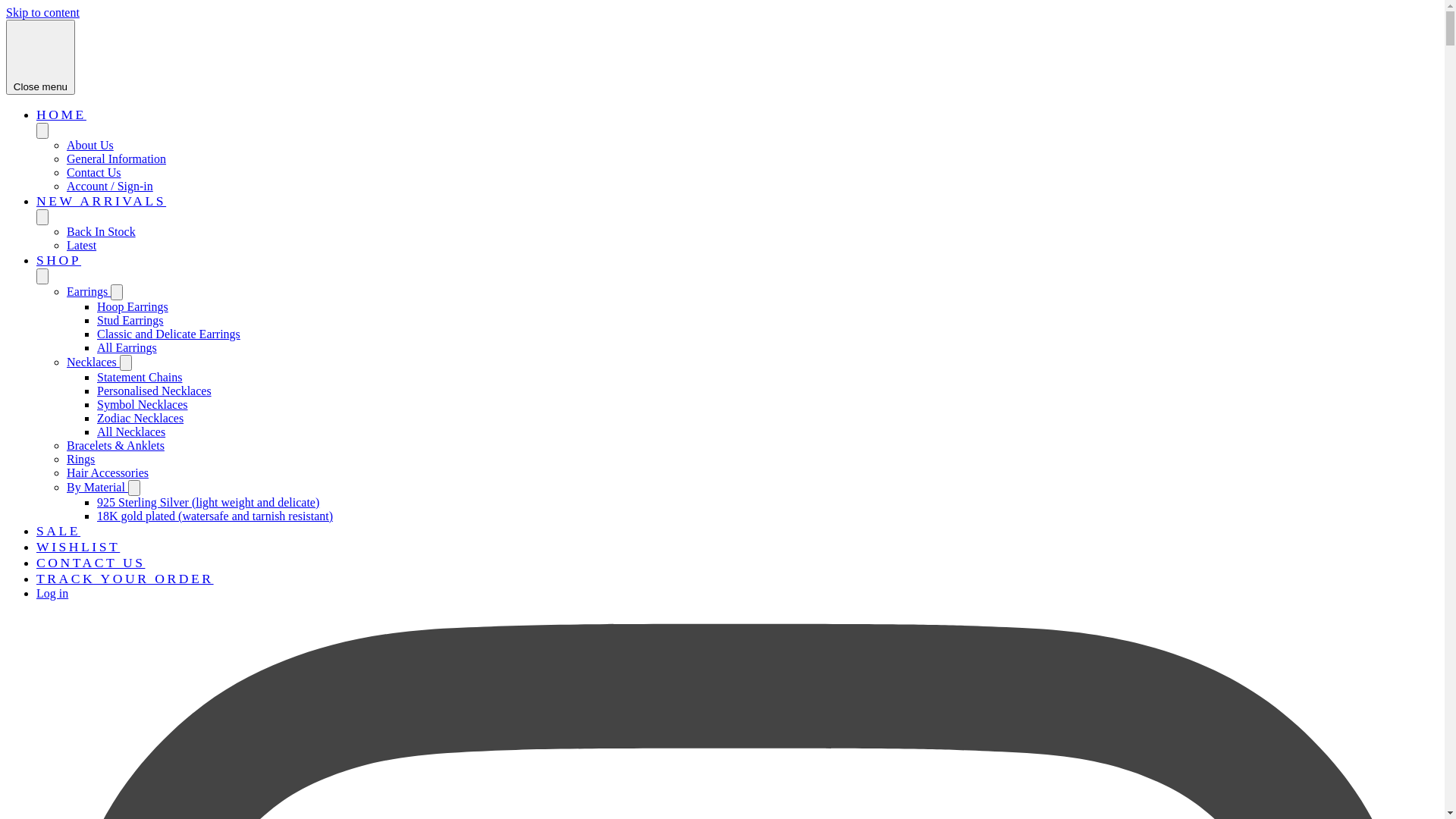 The height and width of the screenshot is (819, 1456). What do you see at coordinates (36, 592) in the screenshot?
I see `'Log in'` at bounding box center [36, 592].